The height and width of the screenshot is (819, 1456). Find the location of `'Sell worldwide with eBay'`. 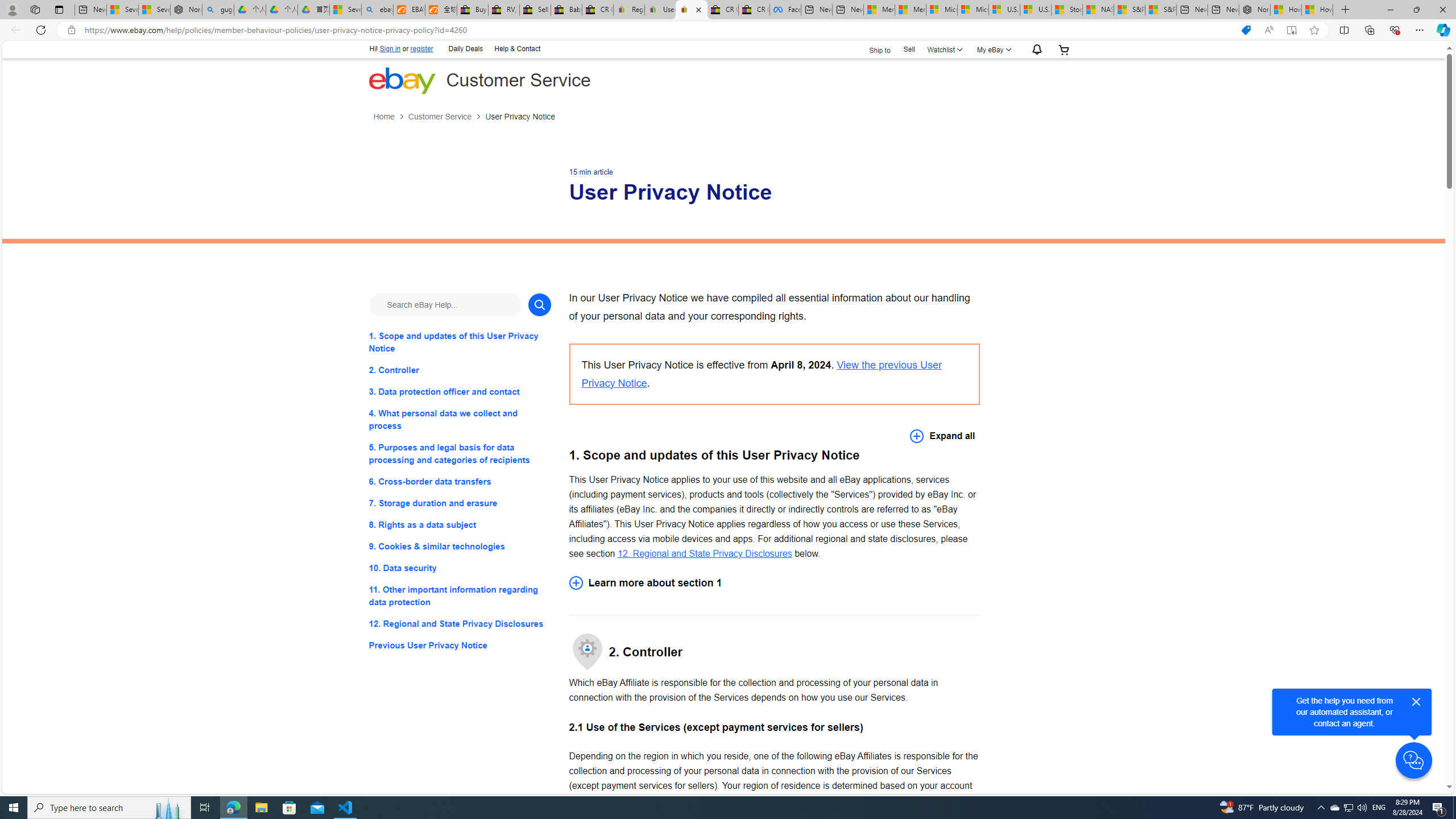

'Sell worldwide with eBay' is located at coordinates (535, 9).